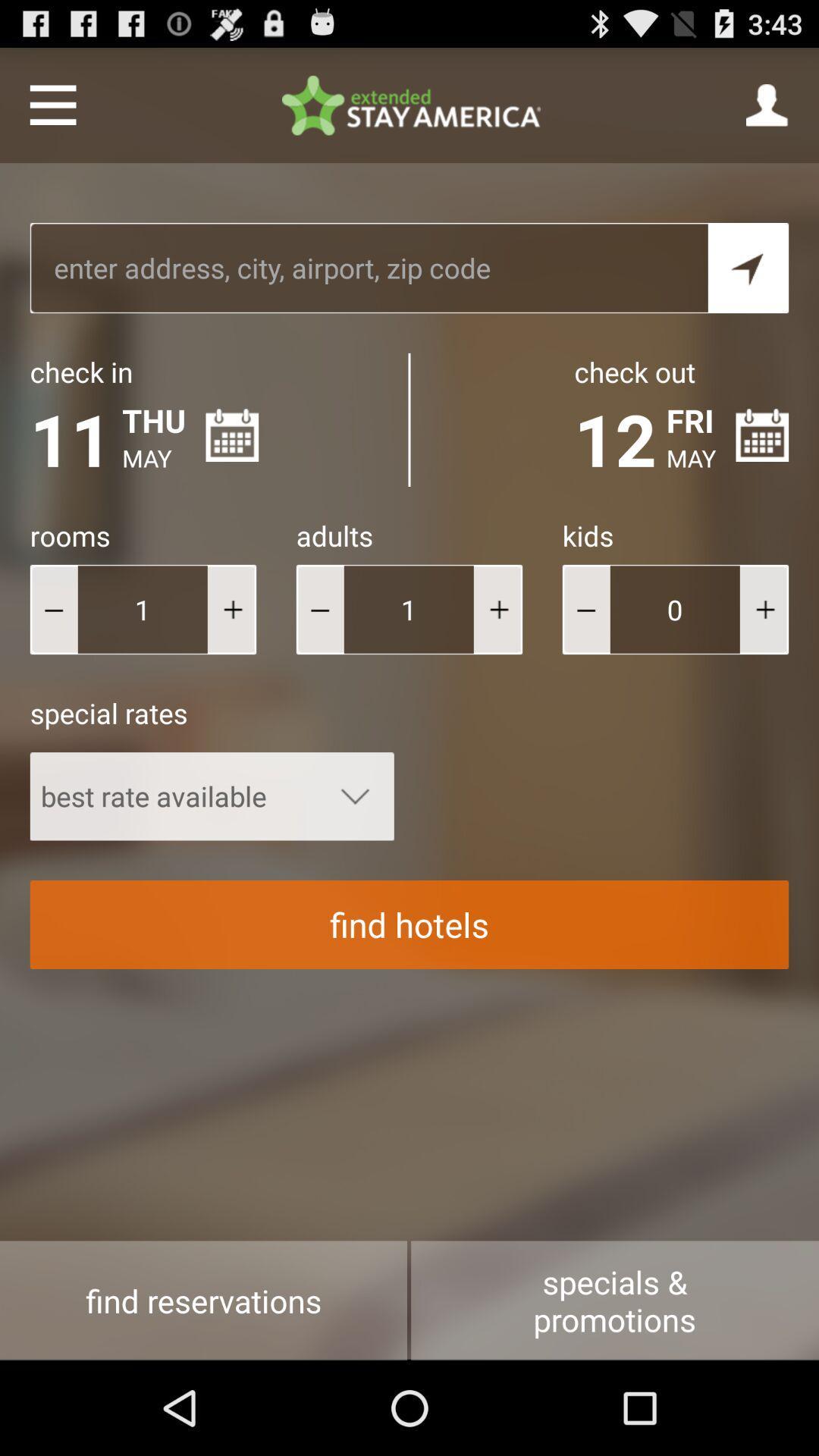 This screenshot has width=819, height=1456. Describe the element at coordinates (767, 104) in the screenshot. I see `profile` at that location.